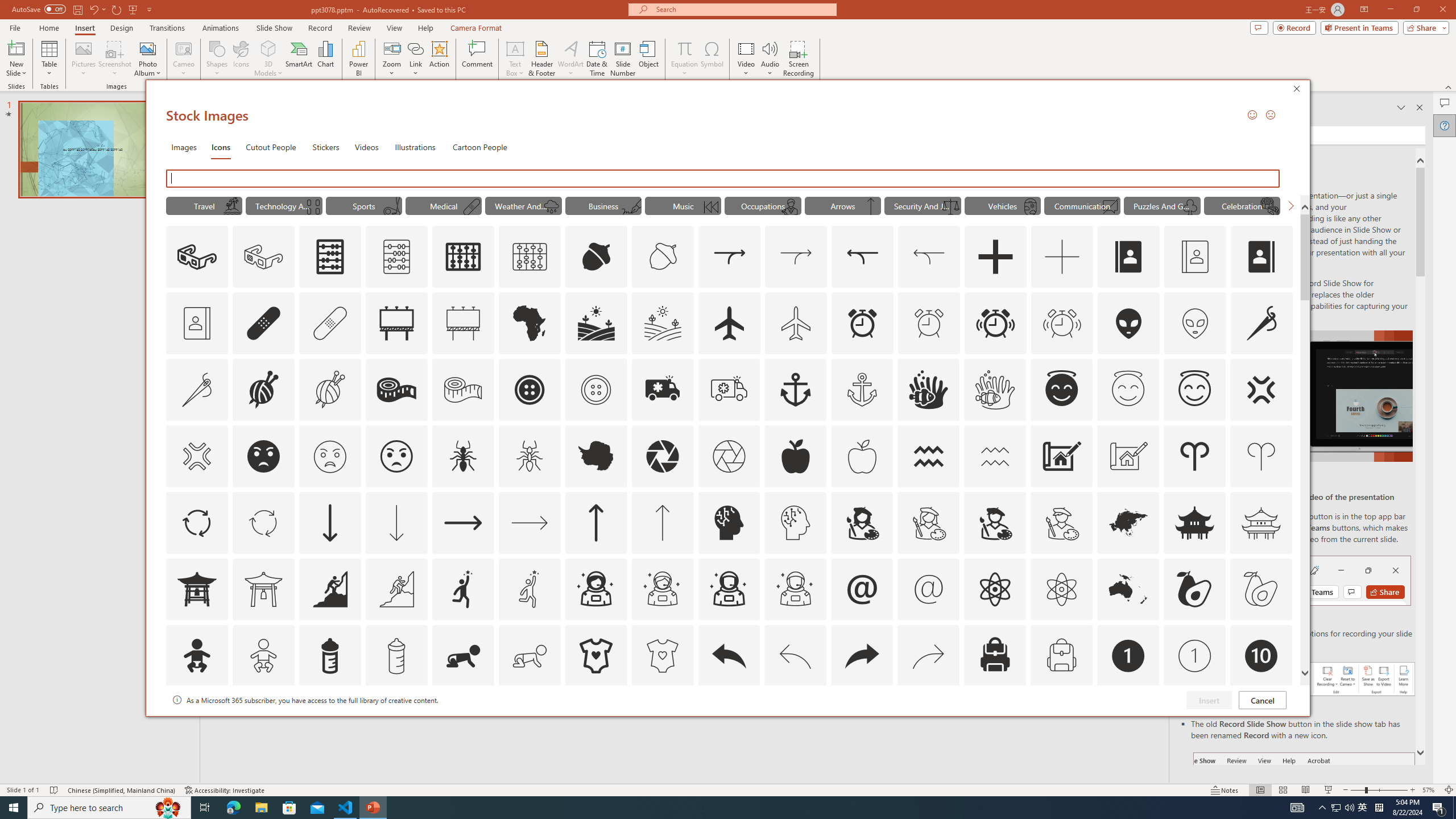 This screenshot has height=819, width=1456. Describe the element at coordinates (529, 257) in the screenshot. I see `'AutomationID: Icons_Abacus1_M'` at that location.